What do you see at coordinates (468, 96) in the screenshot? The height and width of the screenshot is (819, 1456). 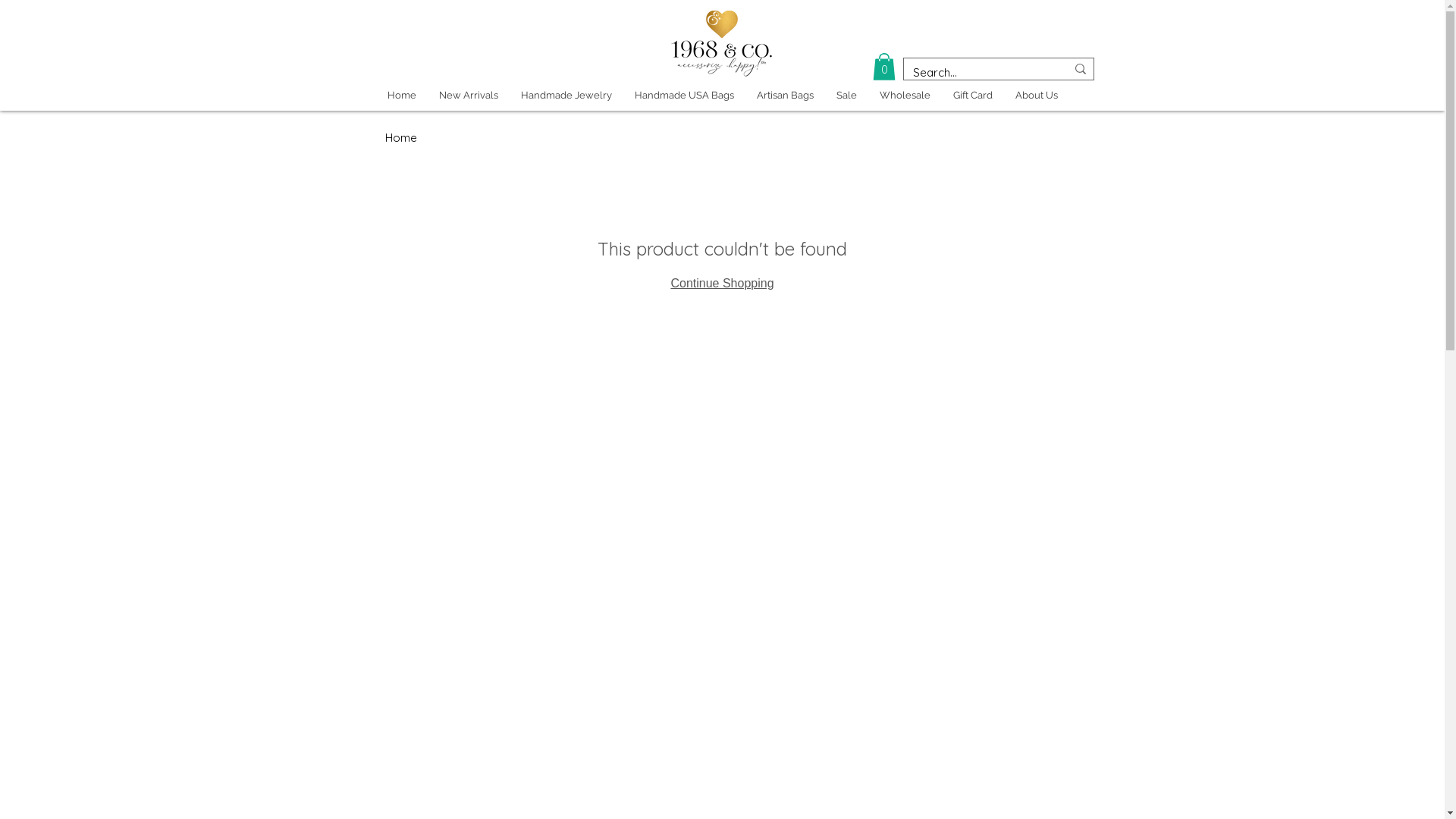 I see `'New Arrivals'` at bounding box center [468, 96].